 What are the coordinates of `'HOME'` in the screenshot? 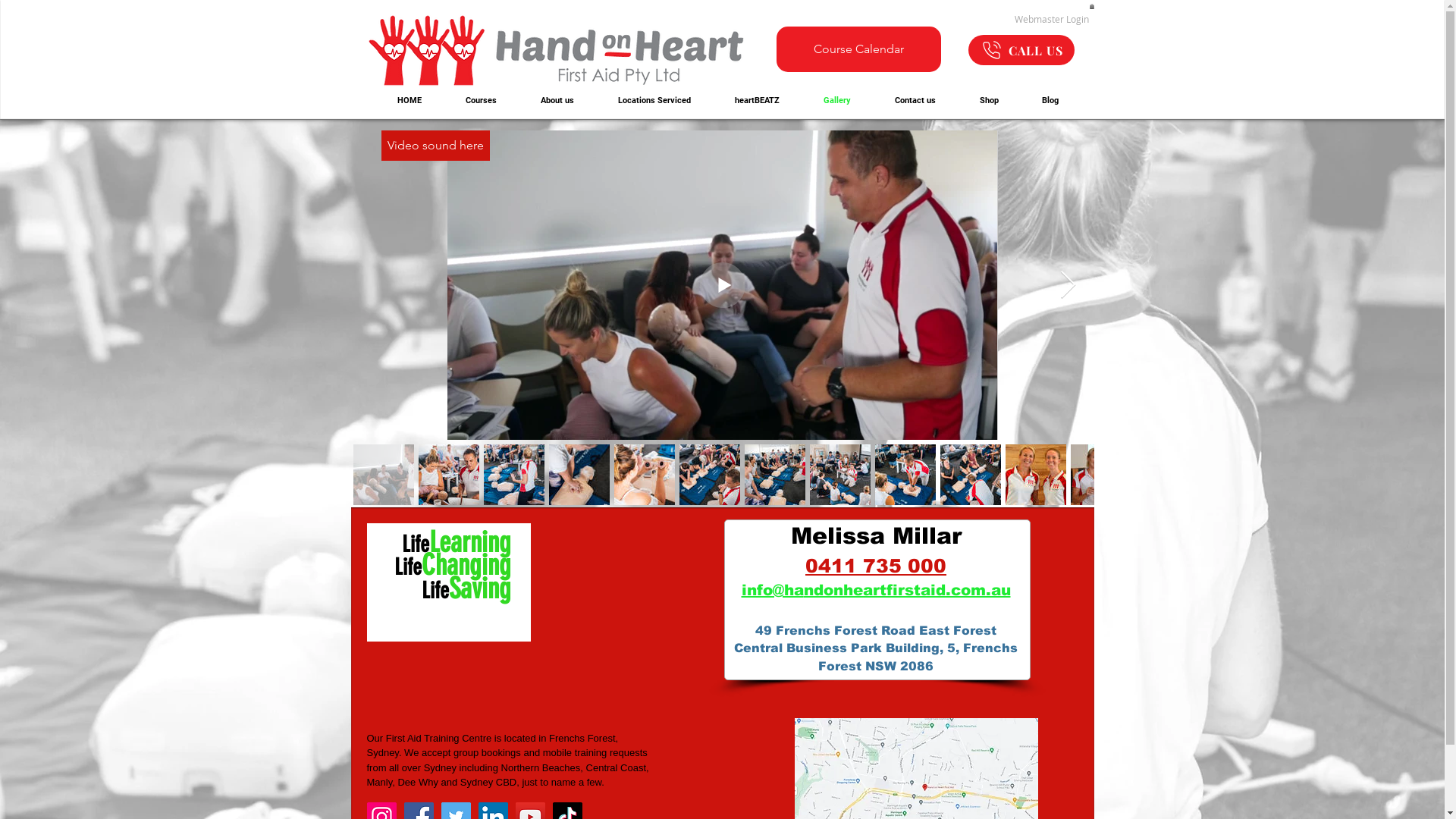 It's located at (375, 100).